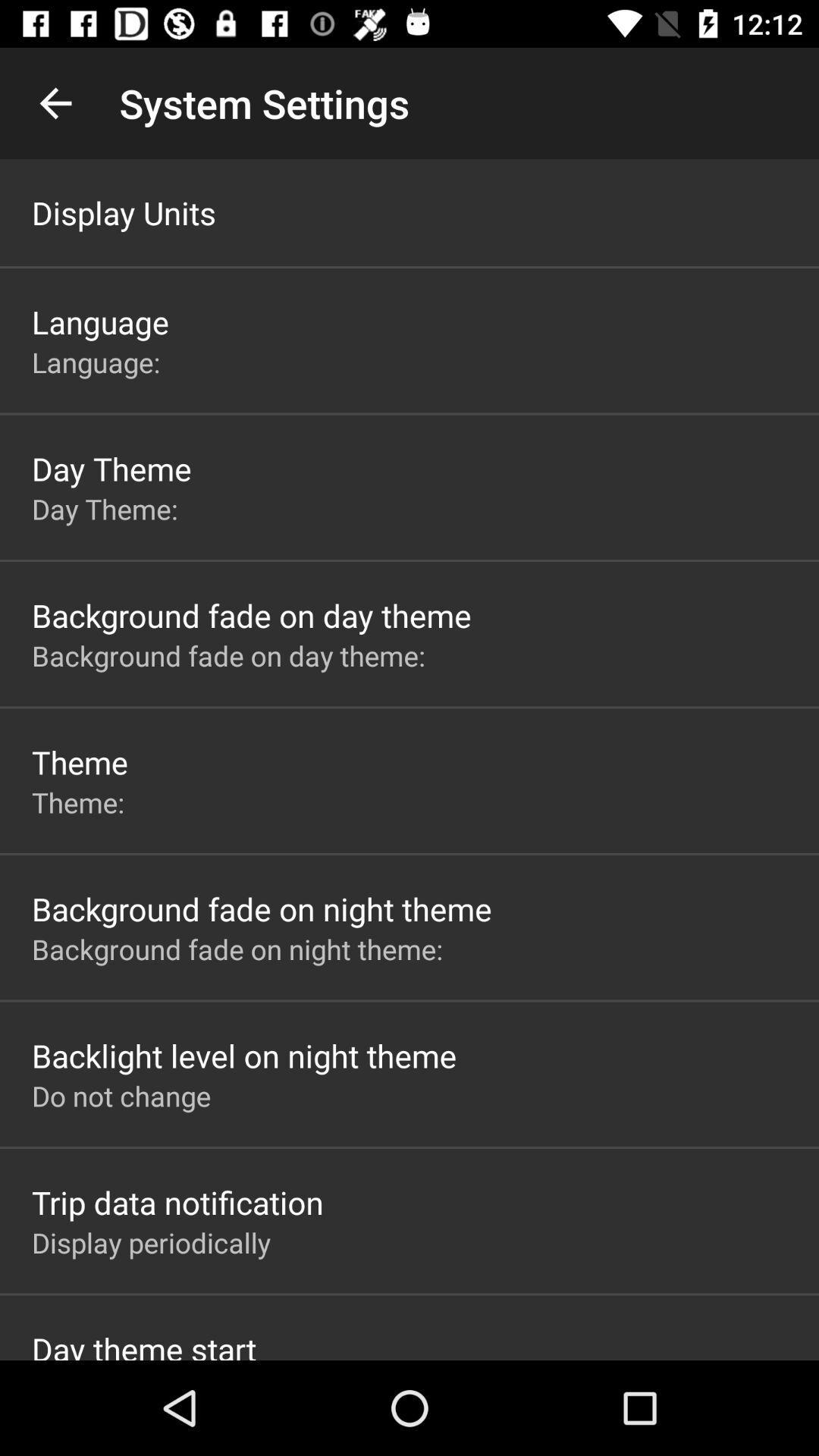  I want to click on the icon above display units icon, so click(55, 102).